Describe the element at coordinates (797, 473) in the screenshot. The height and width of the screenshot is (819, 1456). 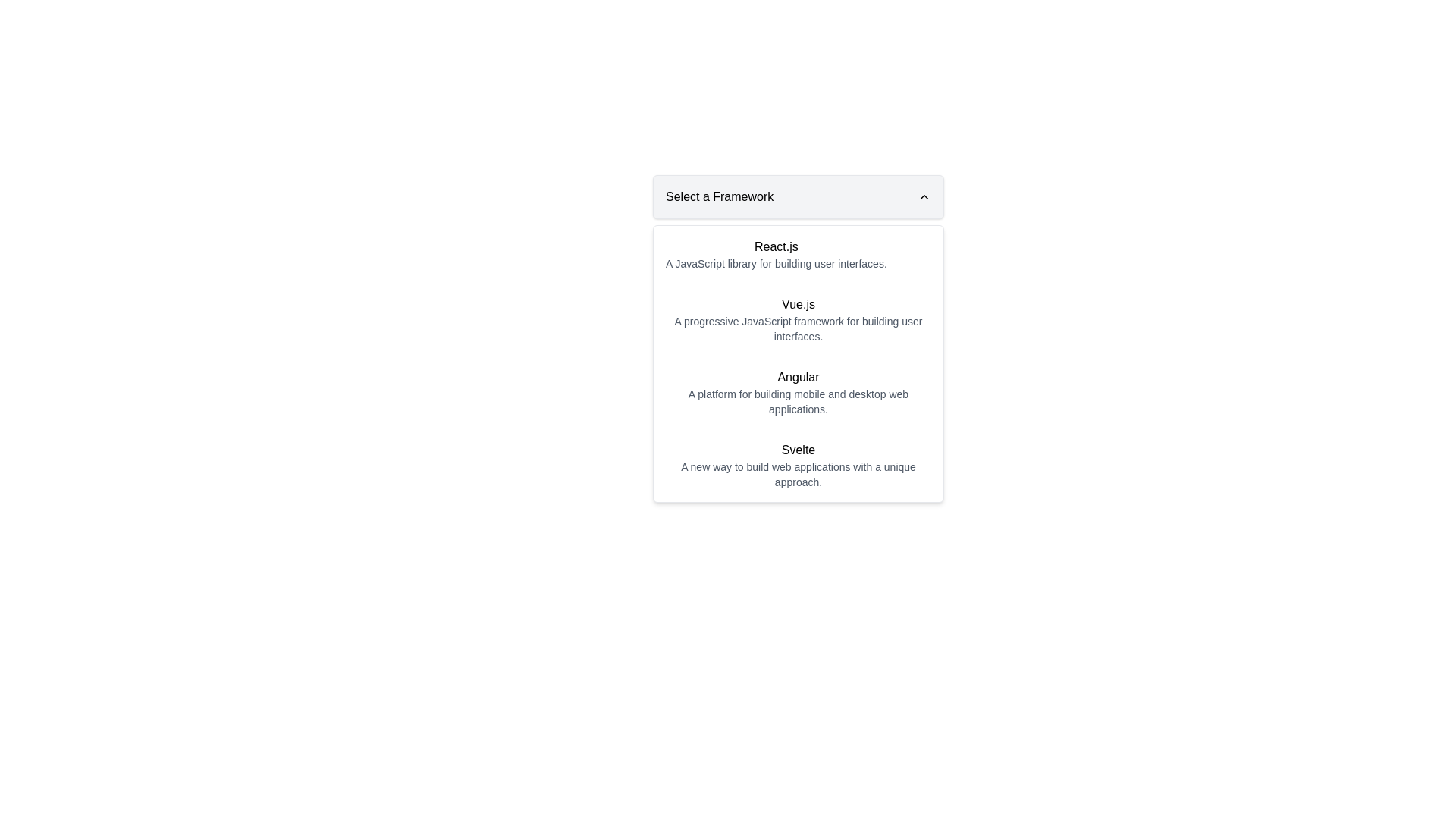
I see `the descriptive text element located below the bolded title 'Svelte' in the framework list` at that location.